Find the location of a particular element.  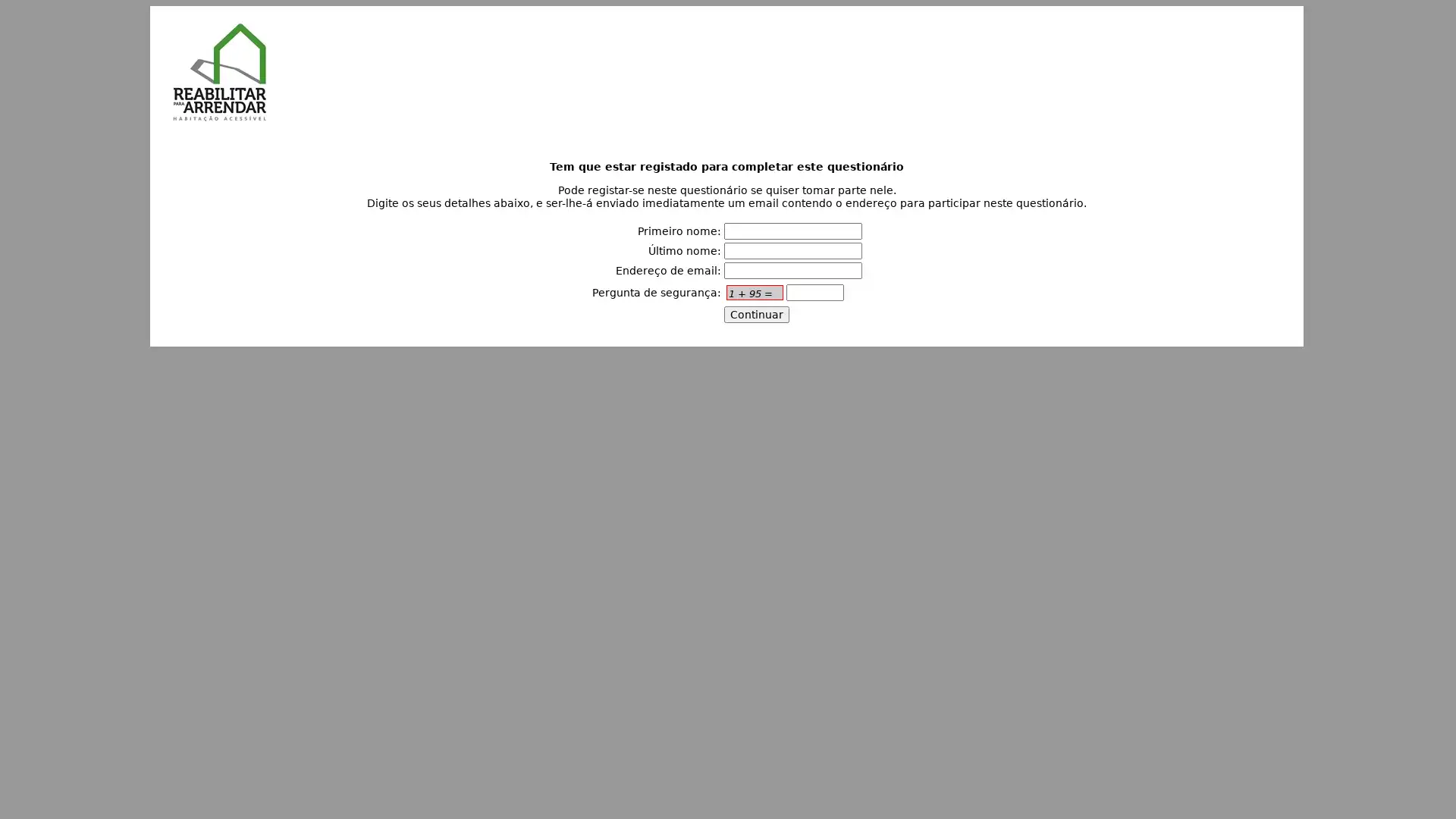

Continuar is located at coordinates (756, 314).